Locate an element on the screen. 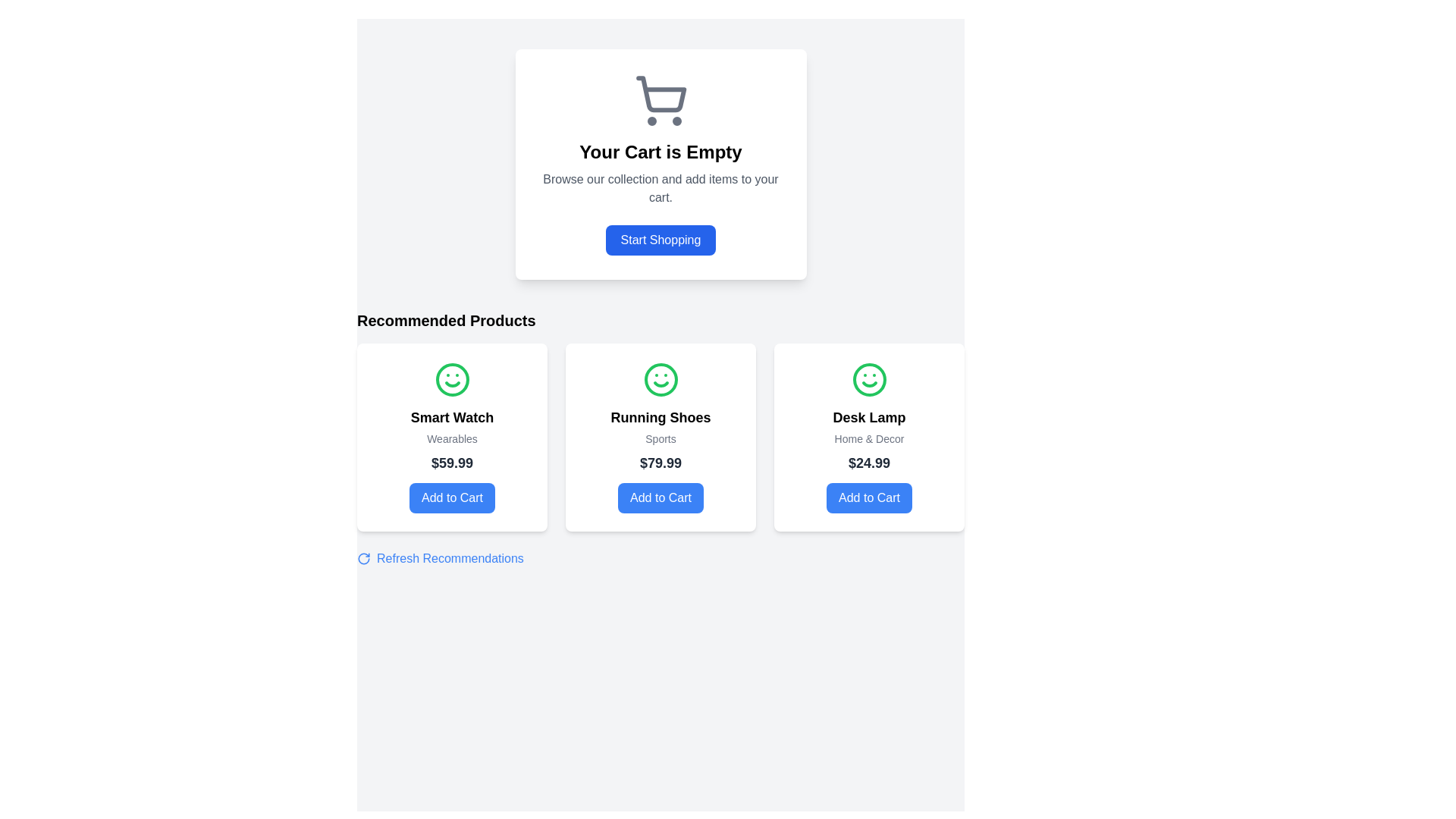 The width and height of the screenshot is (1456, 819). the vector graphic icon indicating a refresh action located below the 'Recommended Products' heading, positioned to the left of the 'Refresh Recommendations' text link is located at coordinates (364, 558).